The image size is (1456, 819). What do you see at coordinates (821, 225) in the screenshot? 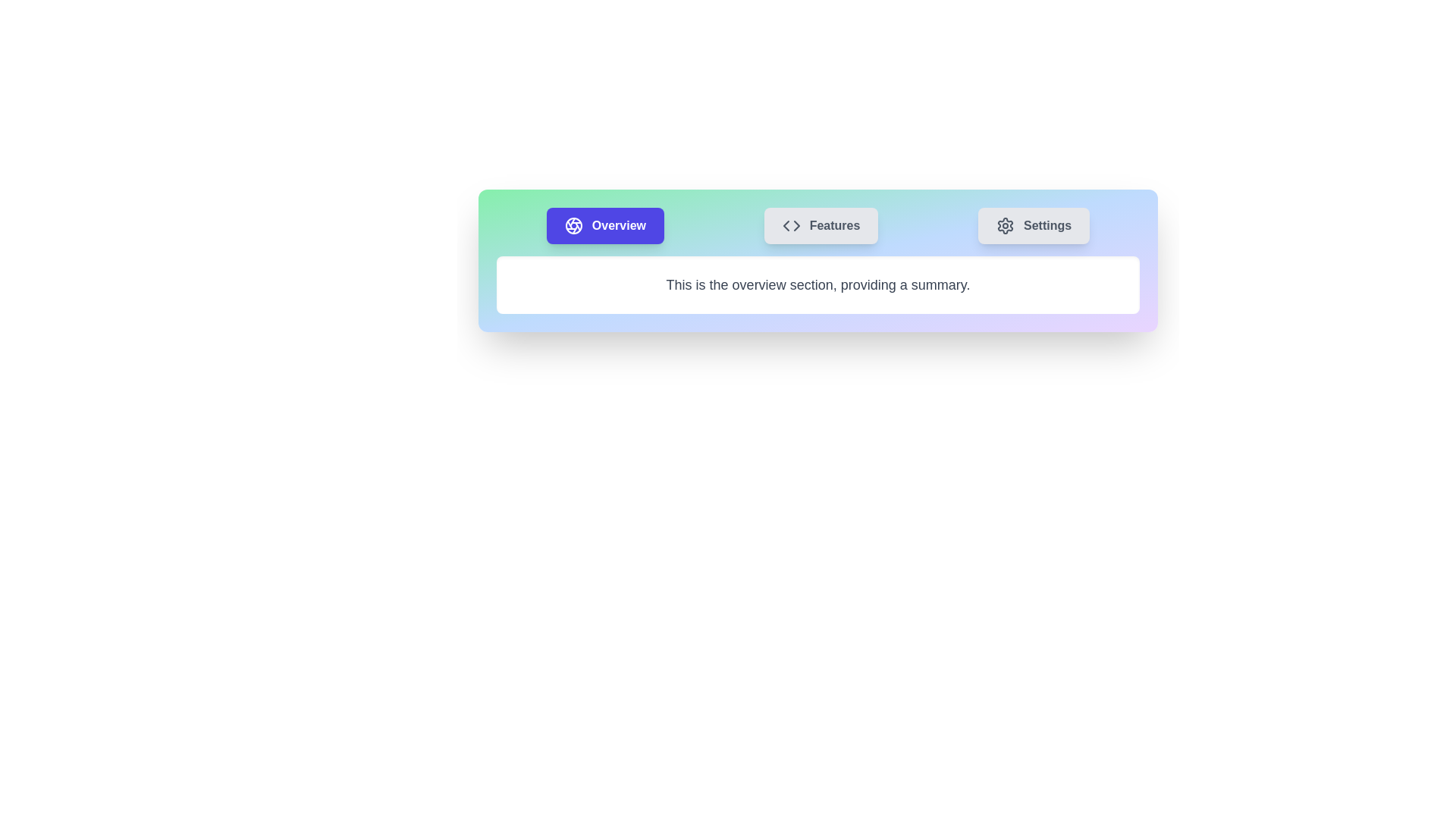
I see `the tab labeled Features to view its content` at bounding box center [821, 225].